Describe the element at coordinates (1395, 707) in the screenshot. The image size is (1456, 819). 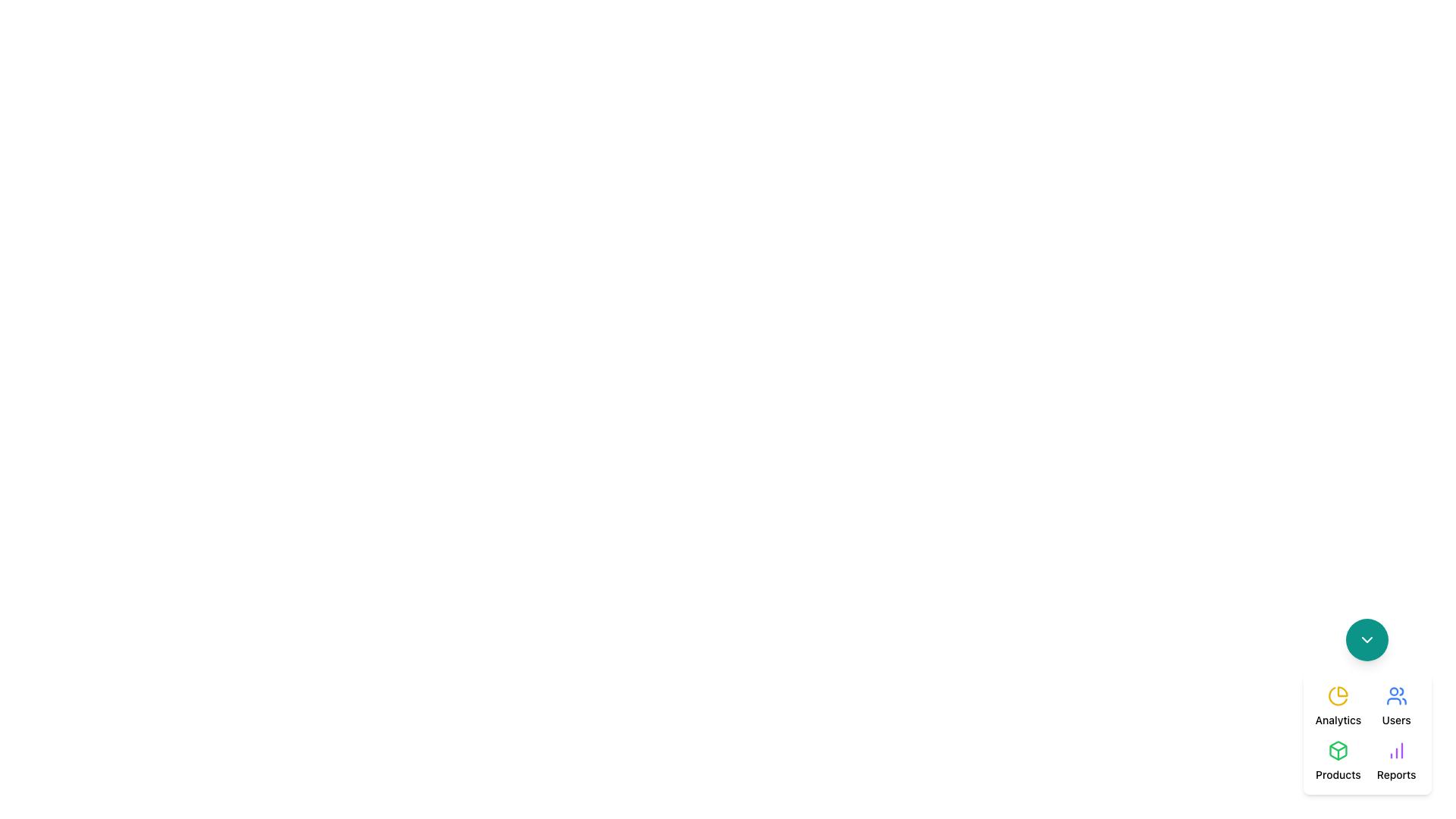
I see `the 'Users' button, which features an icon of users with a blue outline and a black label` at that location.